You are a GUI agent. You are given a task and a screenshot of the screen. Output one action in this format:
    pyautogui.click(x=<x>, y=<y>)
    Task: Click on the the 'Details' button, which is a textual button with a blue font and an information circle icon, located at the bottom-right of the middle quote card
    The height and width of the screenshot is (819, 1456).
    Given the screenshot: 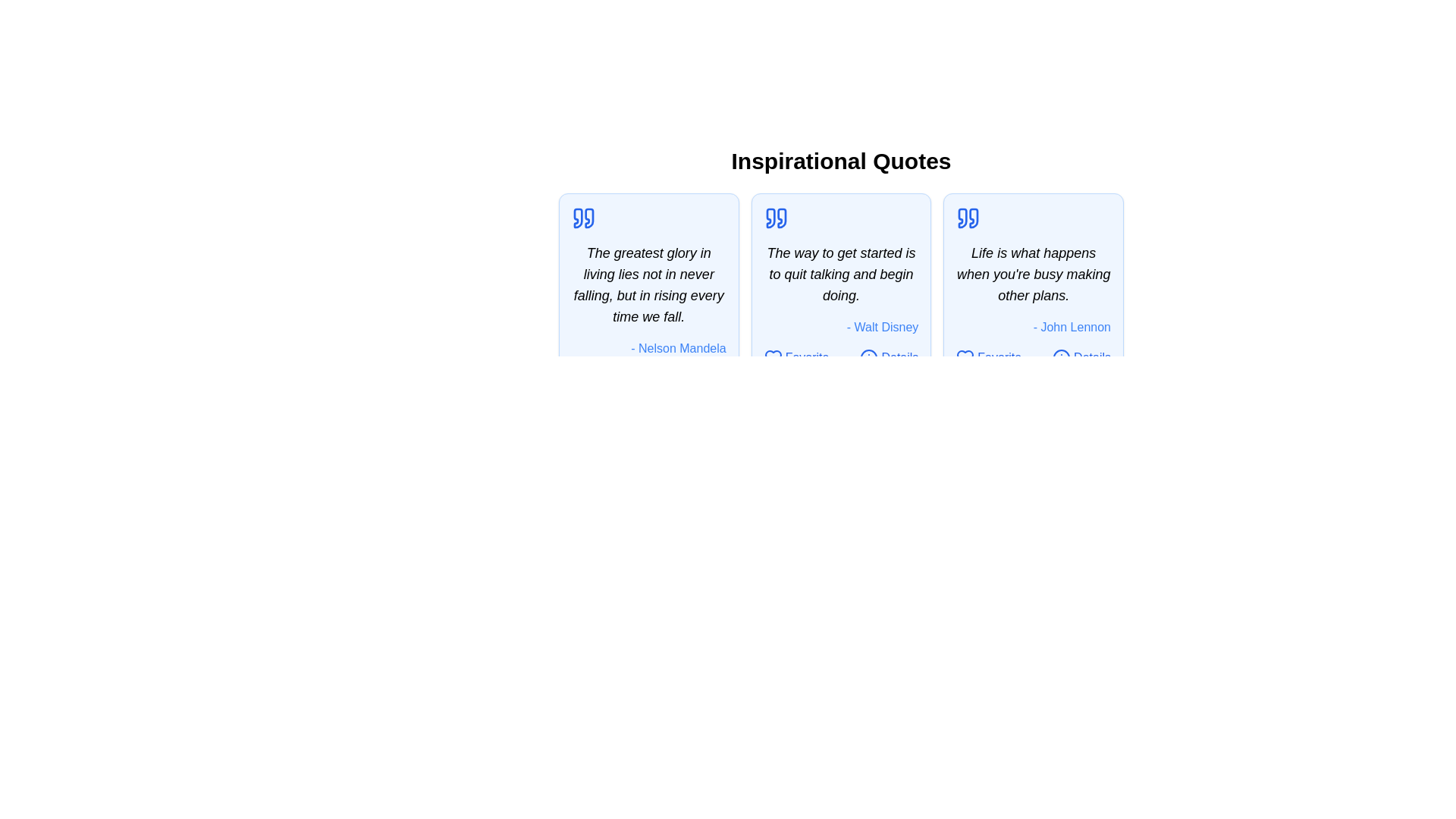 What is the action you would take?
    pyautogui.click(x=889, y=357)
    